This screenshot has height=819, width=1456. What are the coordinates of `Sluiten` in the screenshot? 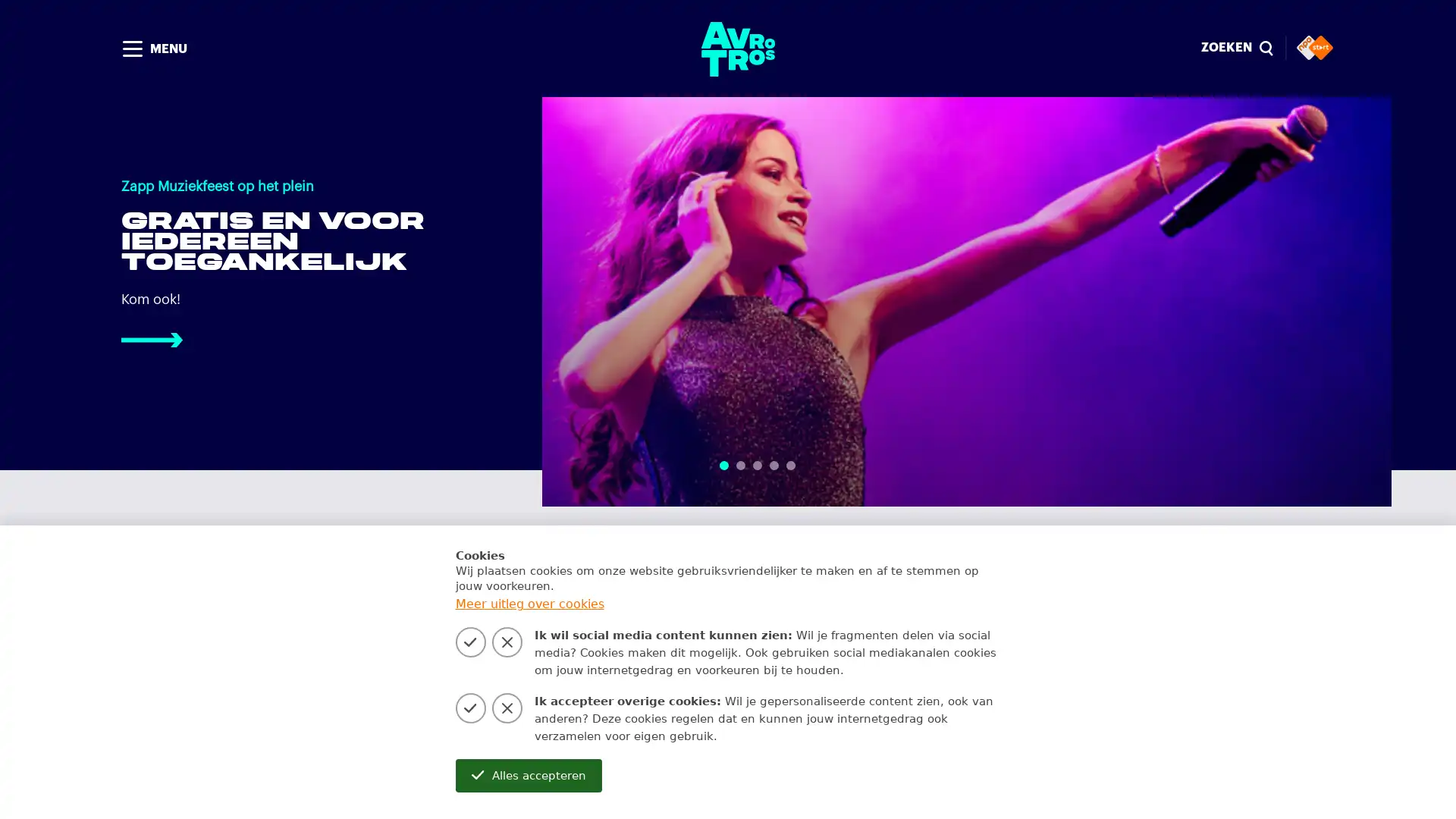 It's located at (1266, 49).